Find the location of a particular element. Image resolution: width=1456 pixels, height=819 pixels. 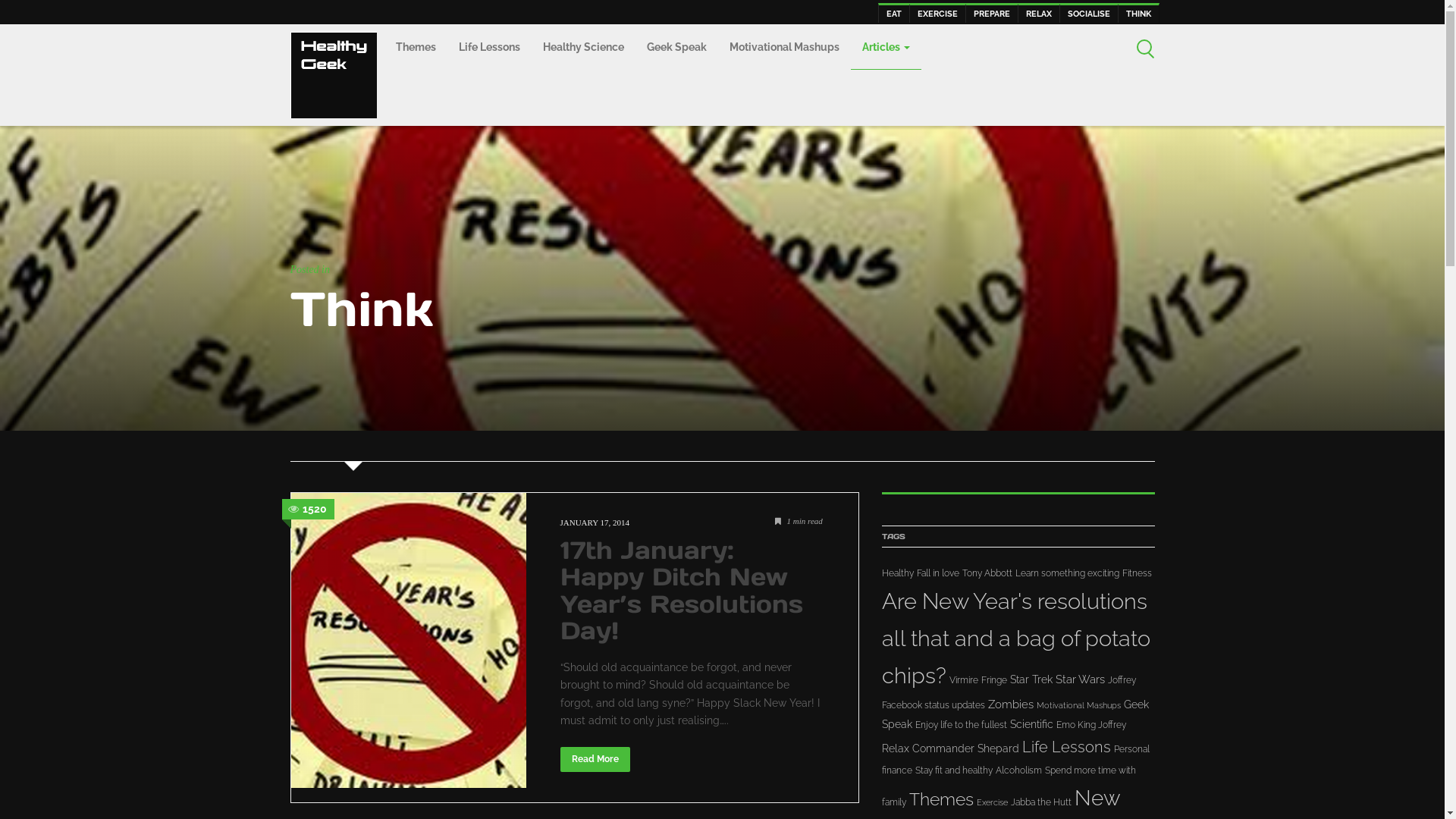

'PREPARE' is located at coordinates (990, 12).